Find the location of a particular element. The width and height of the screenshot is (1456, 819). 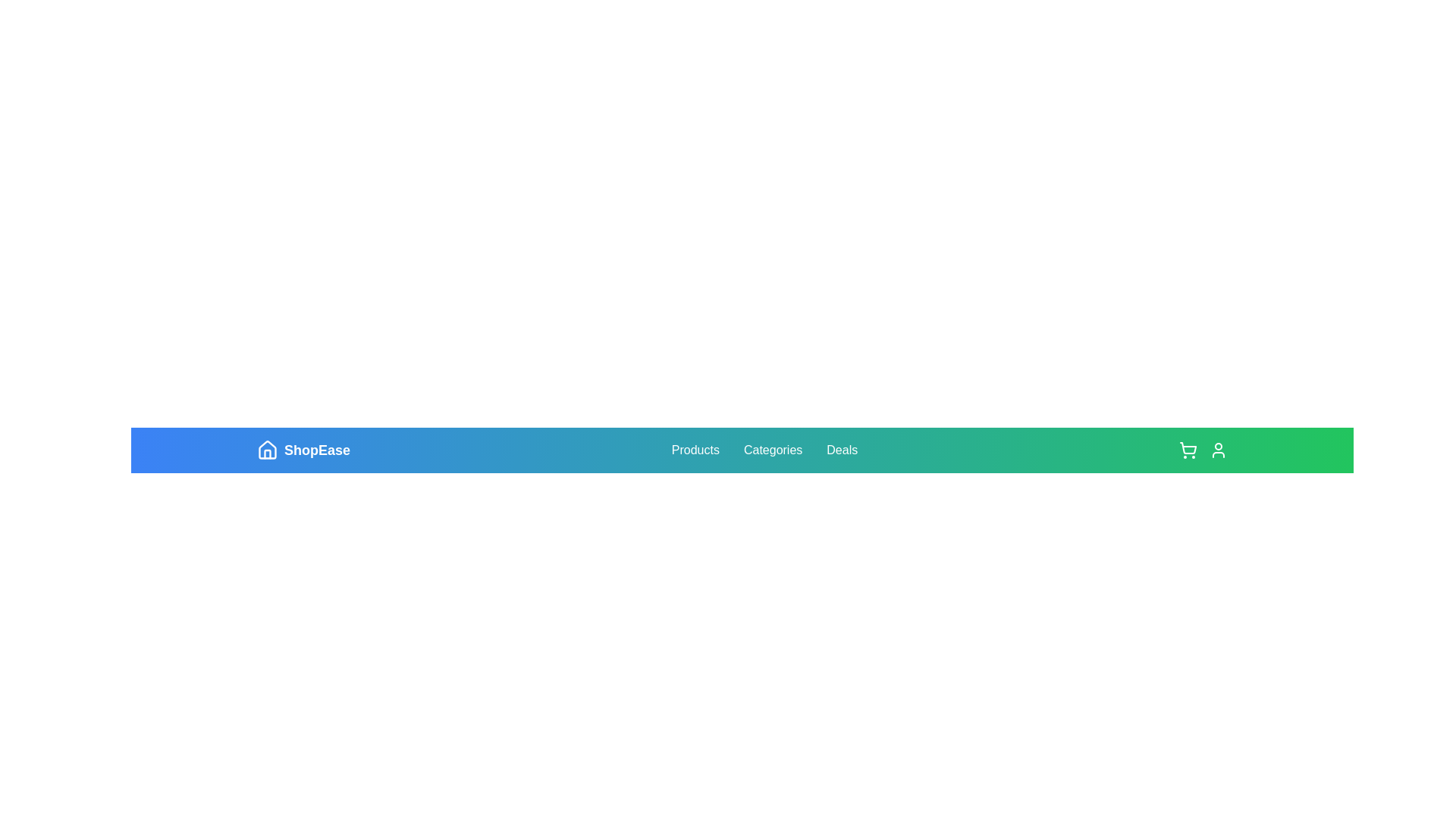

the user-related functionality icon located at the rightmost position of the top bar is located at coordinates (1219, 450).